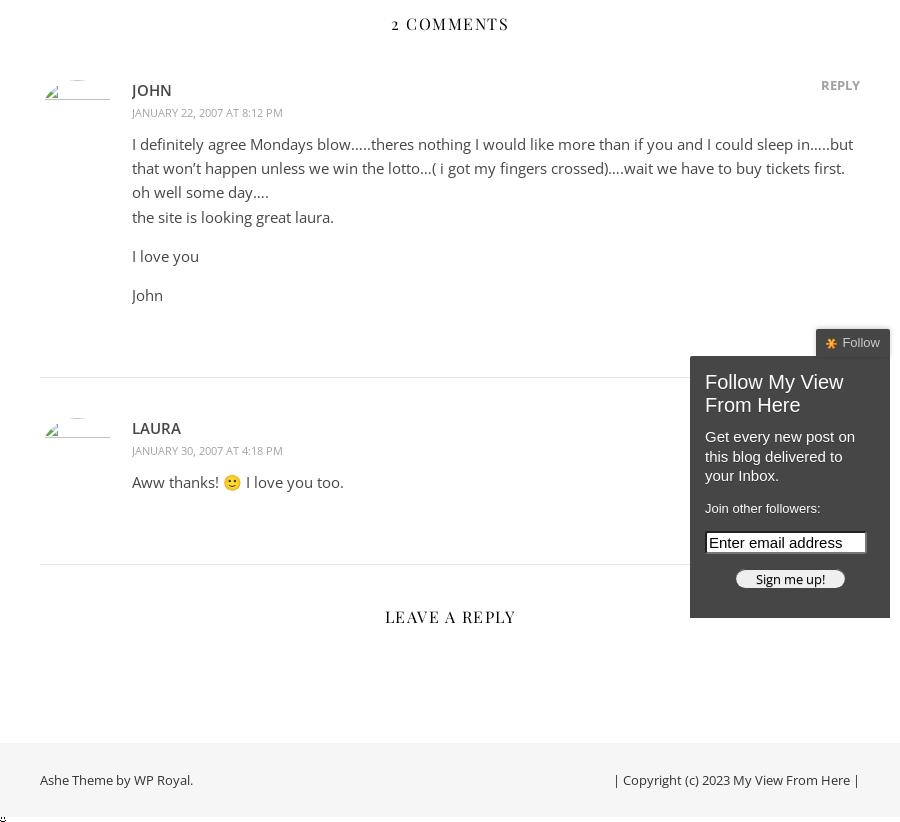 The height and width of the screenshot is (822, 900). What do you see at coordinates (156, 427) in the screenshot?
I see `'Laura'` at bounding box center [156, 427].